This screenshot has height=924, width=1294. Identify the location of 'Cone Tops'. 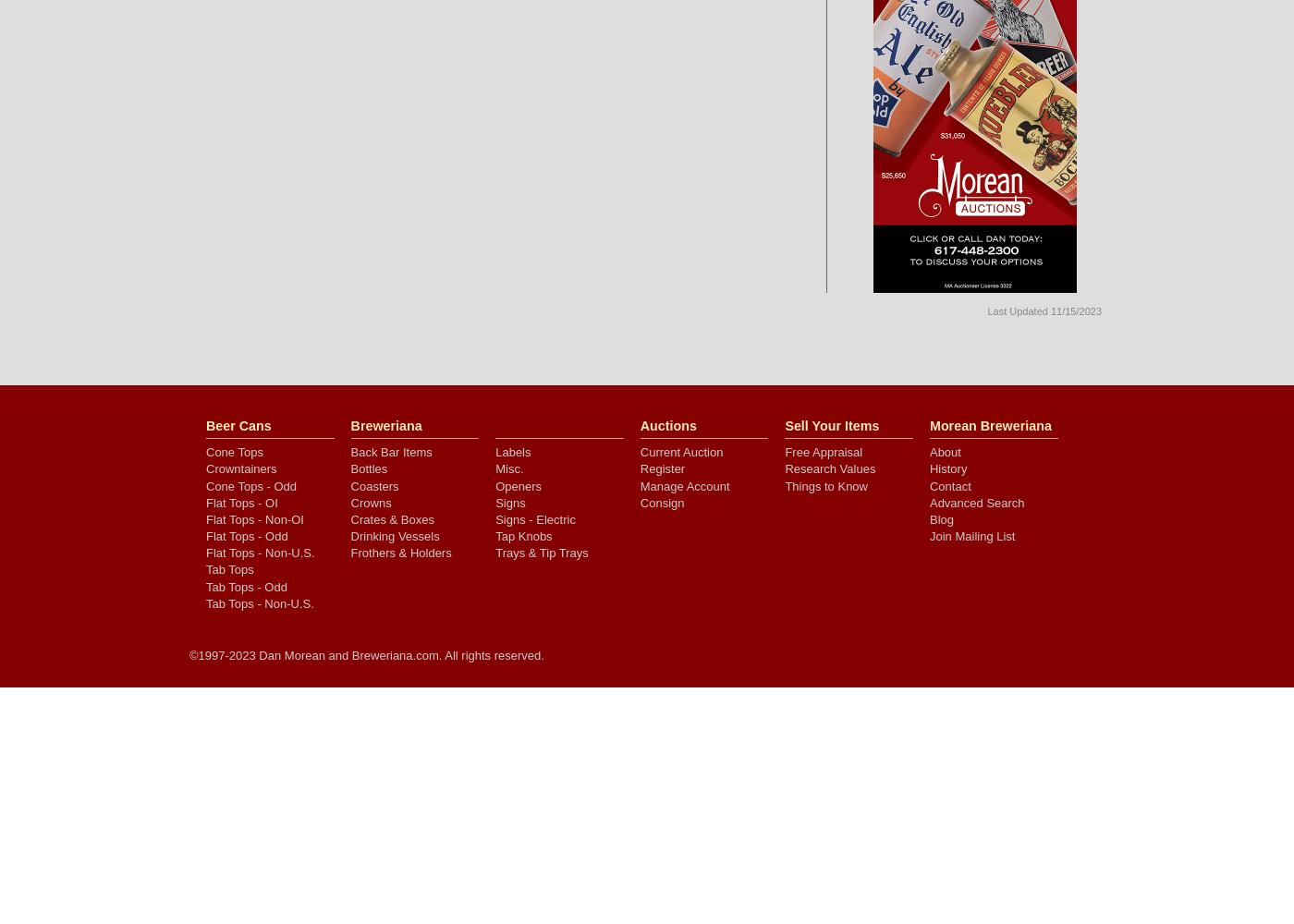
(206, 451).